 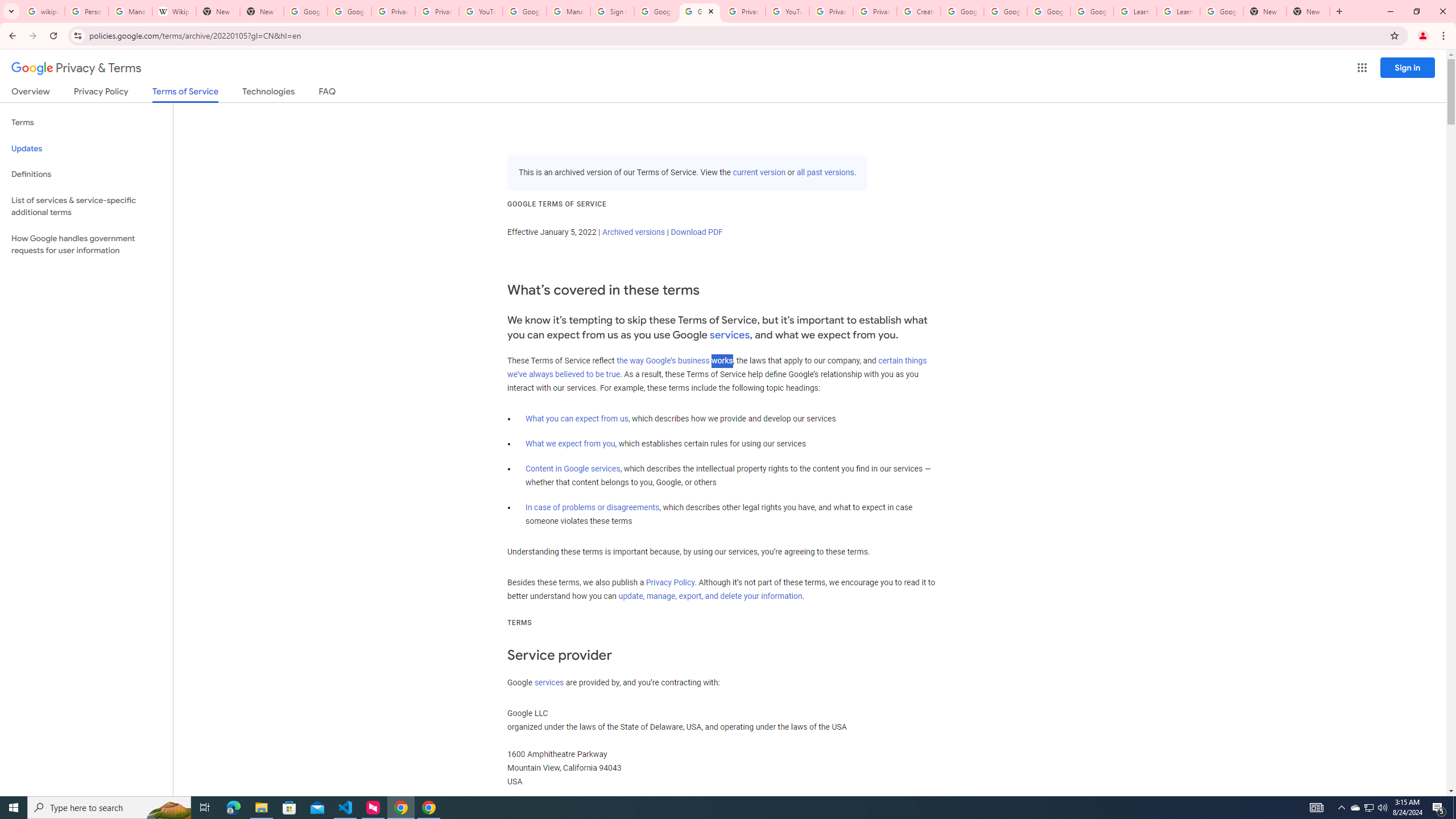 I want to click on 'Google Drive: Sign-in', so click(x=349, y=11).